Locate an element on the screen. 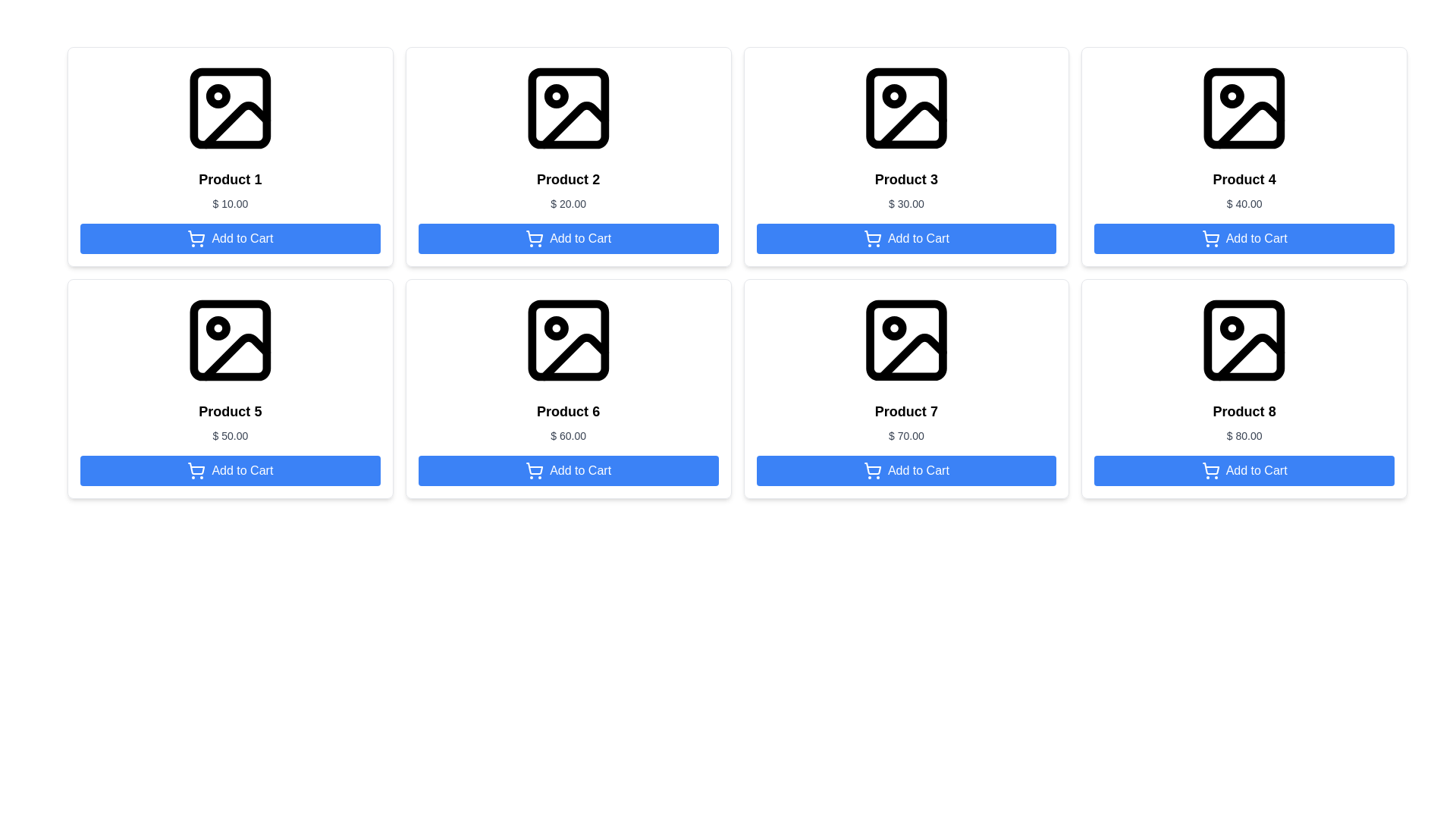 The image size is (1456, 819). the 'Add to Cart' button which contains the shopping cart icon for 'Product 8' located in the bottom-right corner of the grid layout is located at coordinates (1210, 470).